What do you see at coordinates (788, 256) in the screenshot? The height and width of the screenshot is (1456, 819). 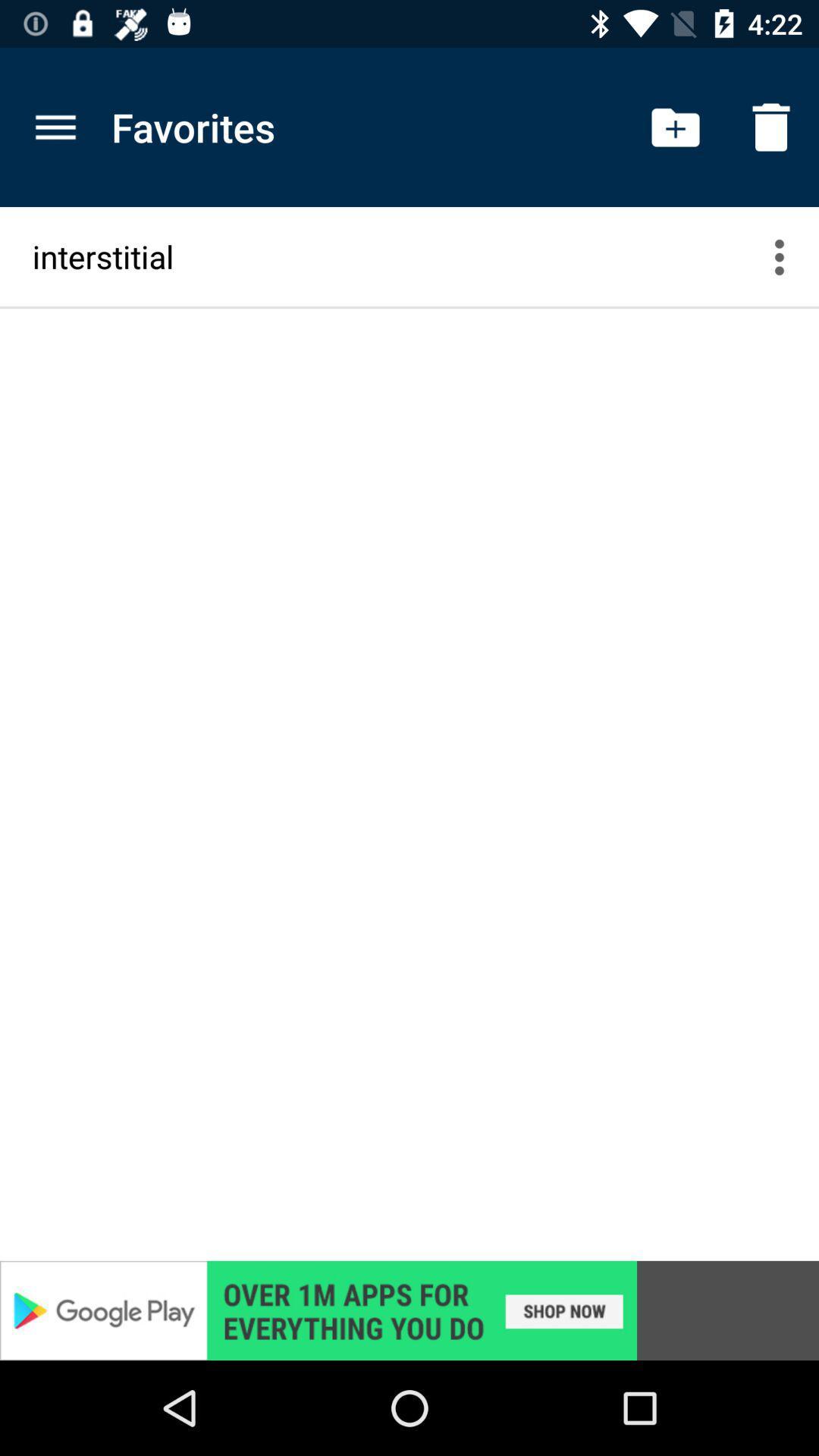 I see `more option` at bounding box center [788, 256].